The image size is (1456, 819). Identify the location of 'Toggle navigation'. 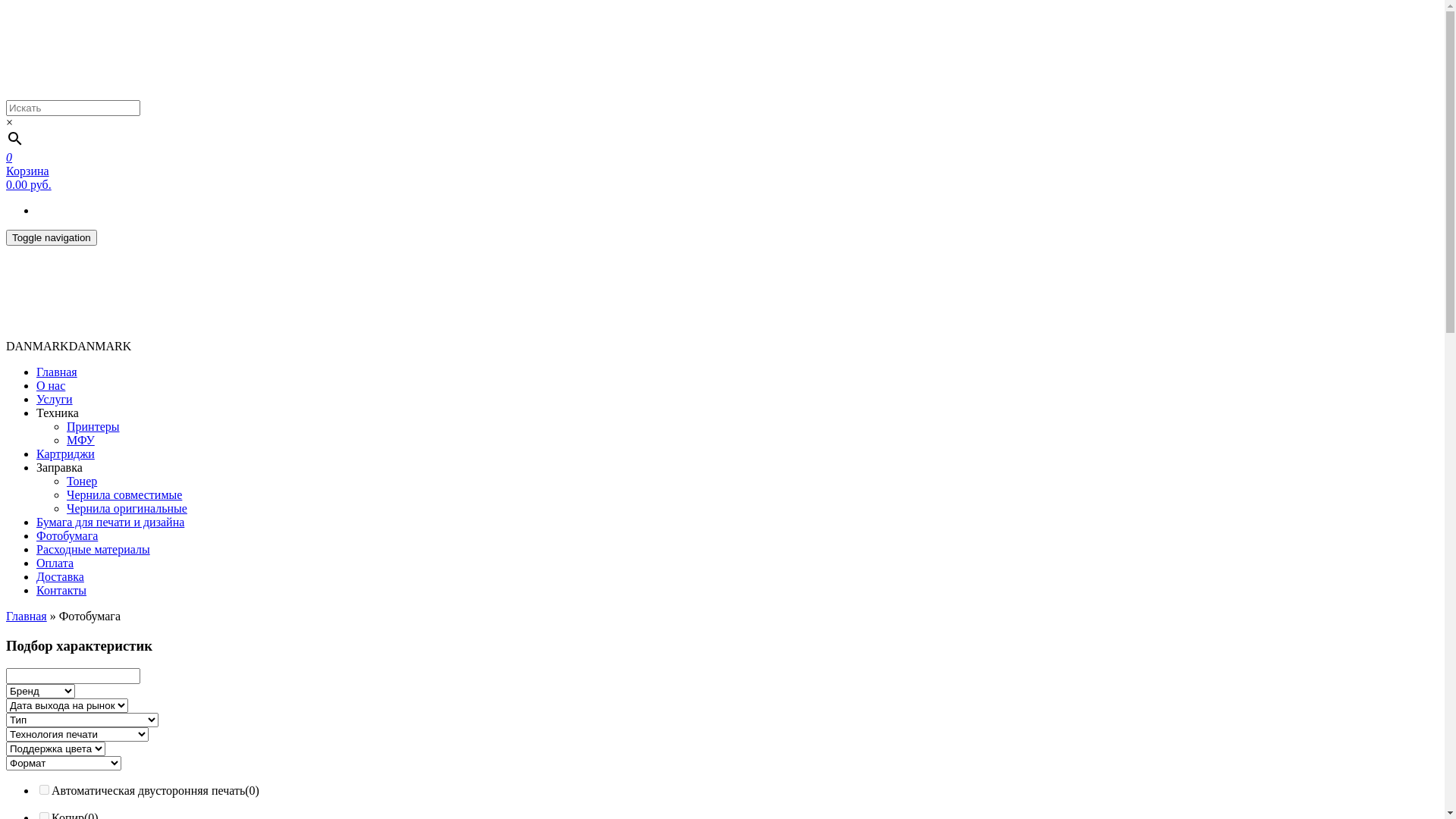
(51, 237).